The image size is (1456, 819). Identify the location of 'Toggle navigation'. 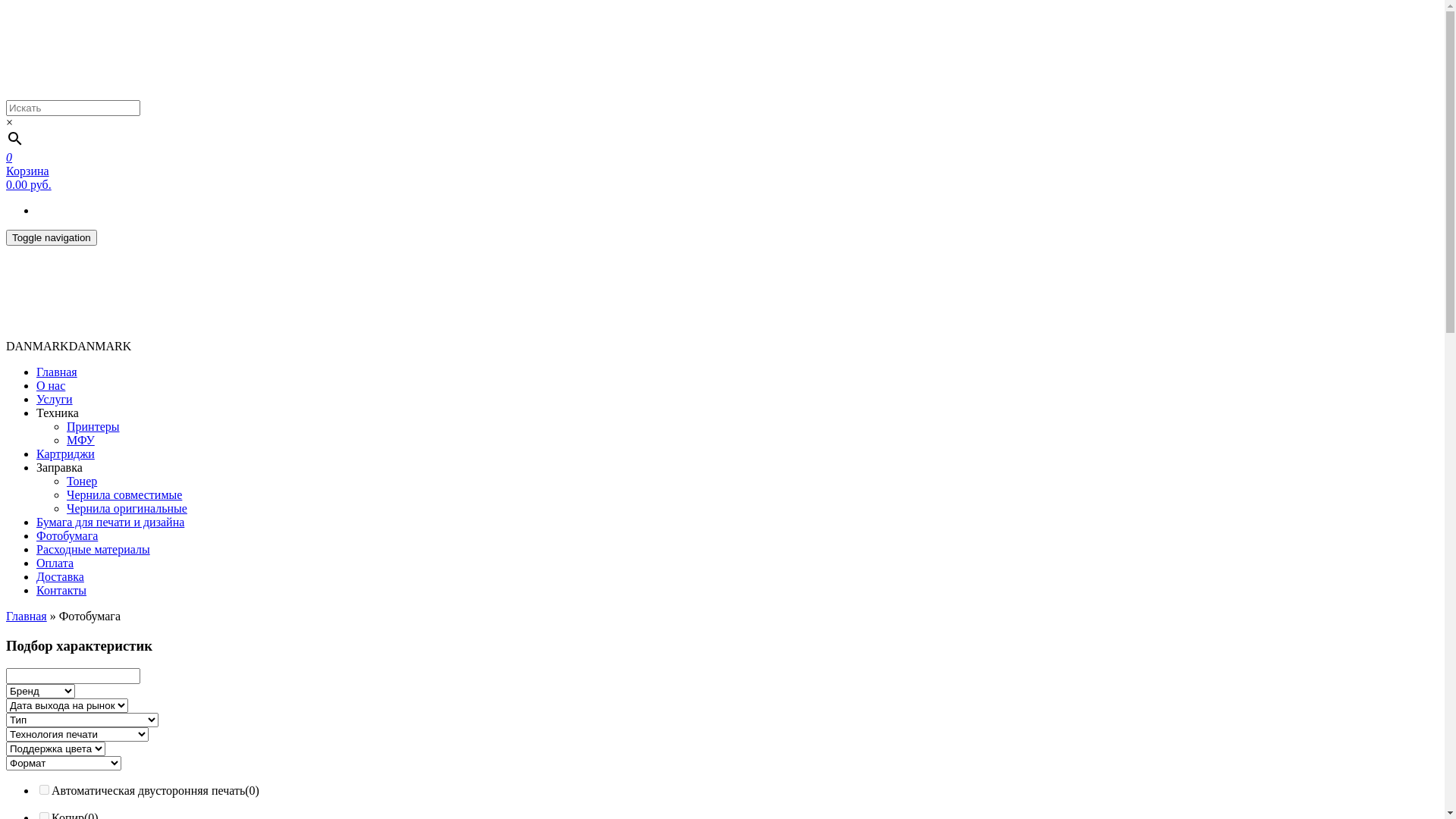
(51, 237).